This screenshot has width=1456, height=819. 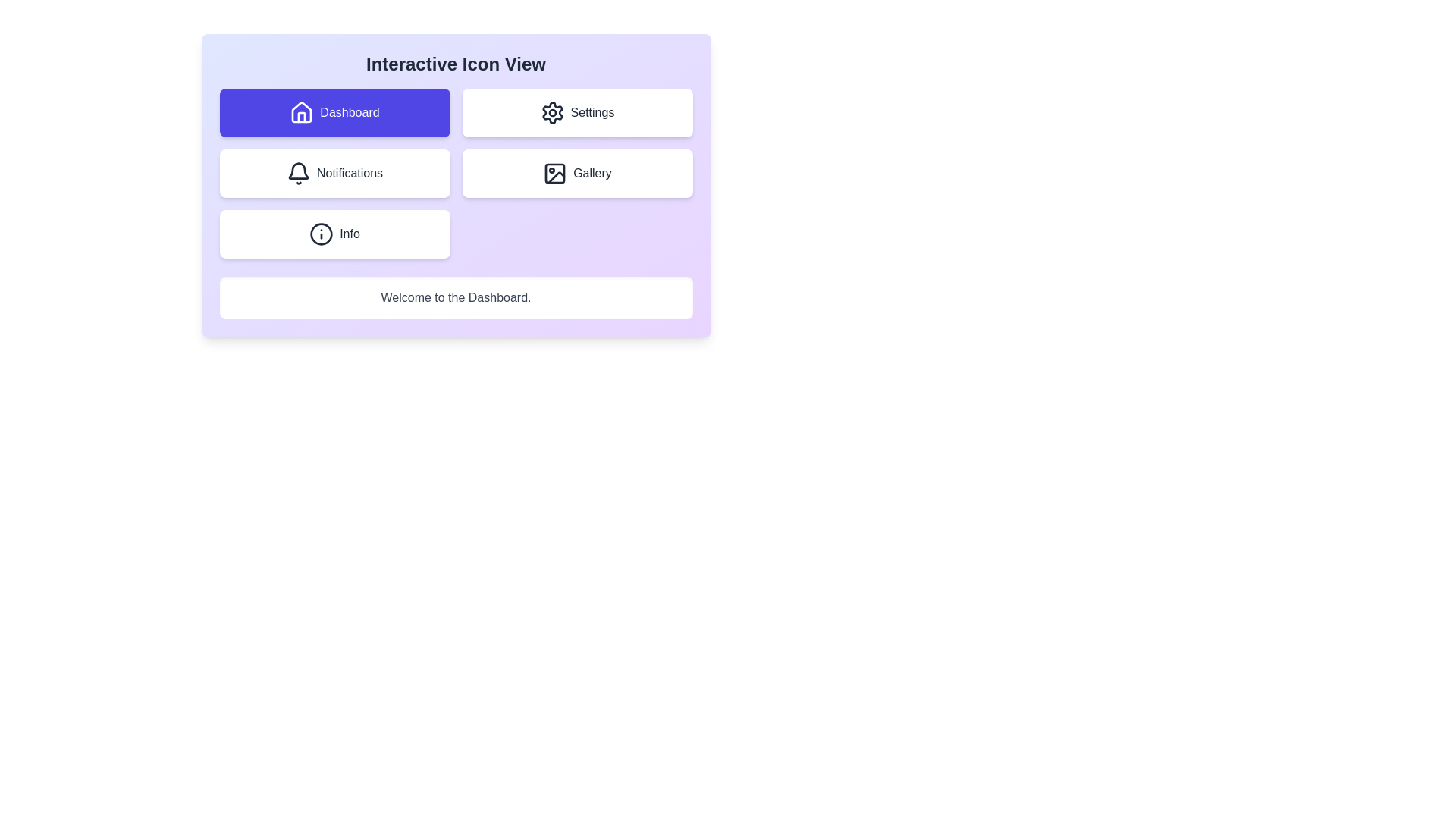 I want to click on the 'Gallery' button, which is a rectangular button with a white background and rounded corners, located in the bottom right quadrant of a 2x3 grid, so click(x=576, y=172).